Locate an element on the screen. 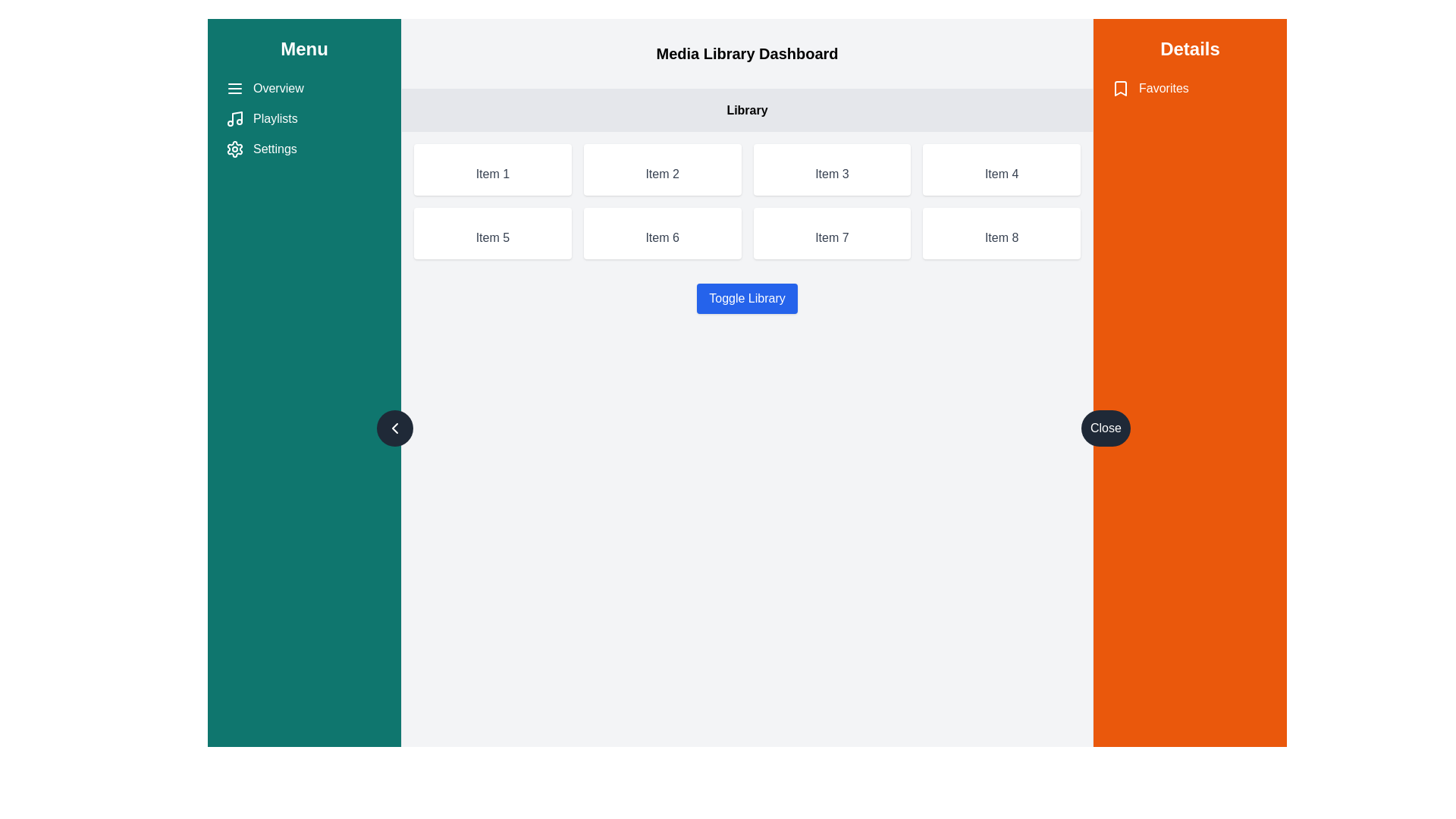  the fifth card in the grid layout that displays details about 'Item 5' is located at coordinates (492, 234).